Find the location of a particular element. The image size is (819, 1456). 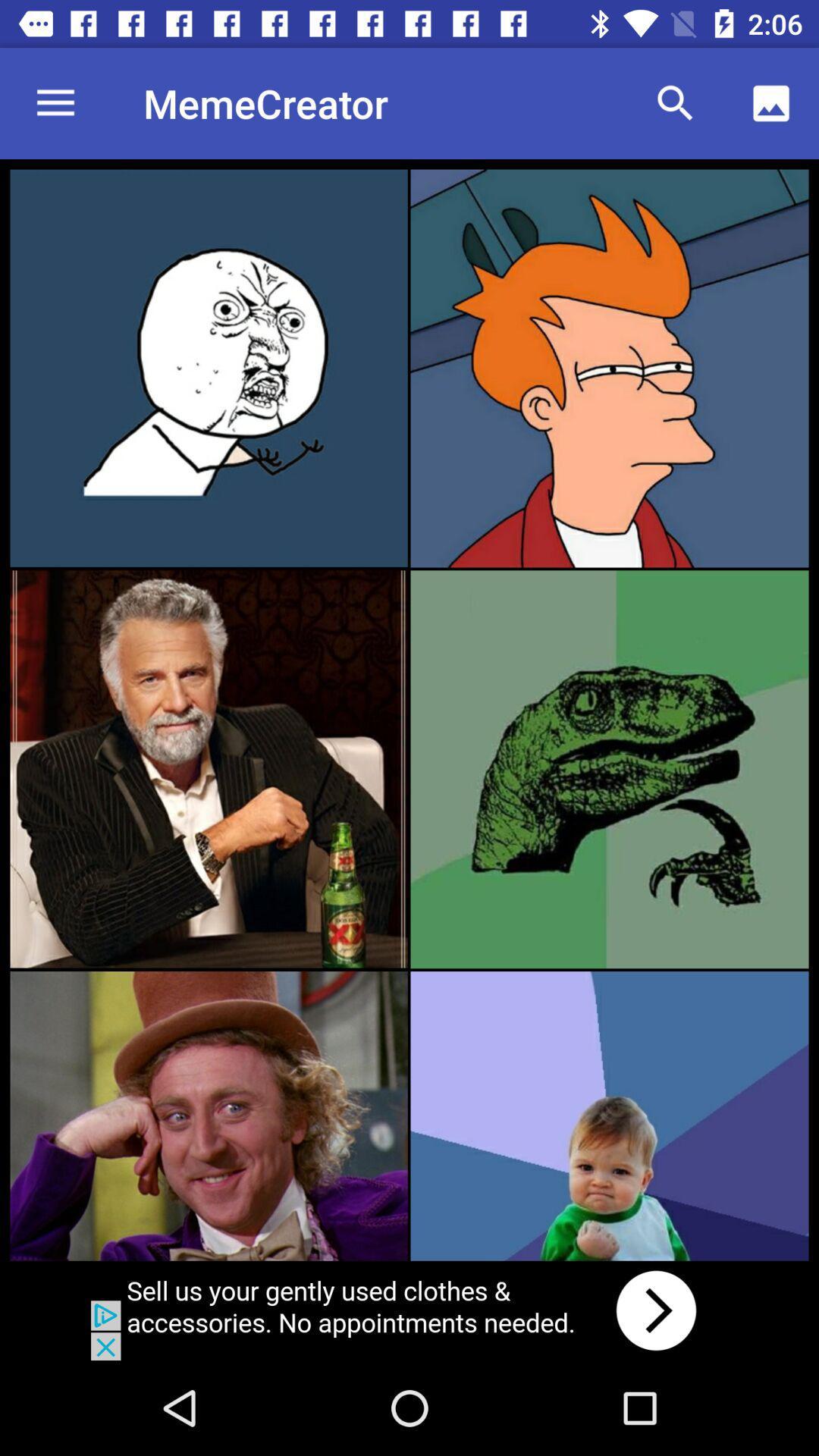

click photo to create meme from template is located at coordinates (608, 368).